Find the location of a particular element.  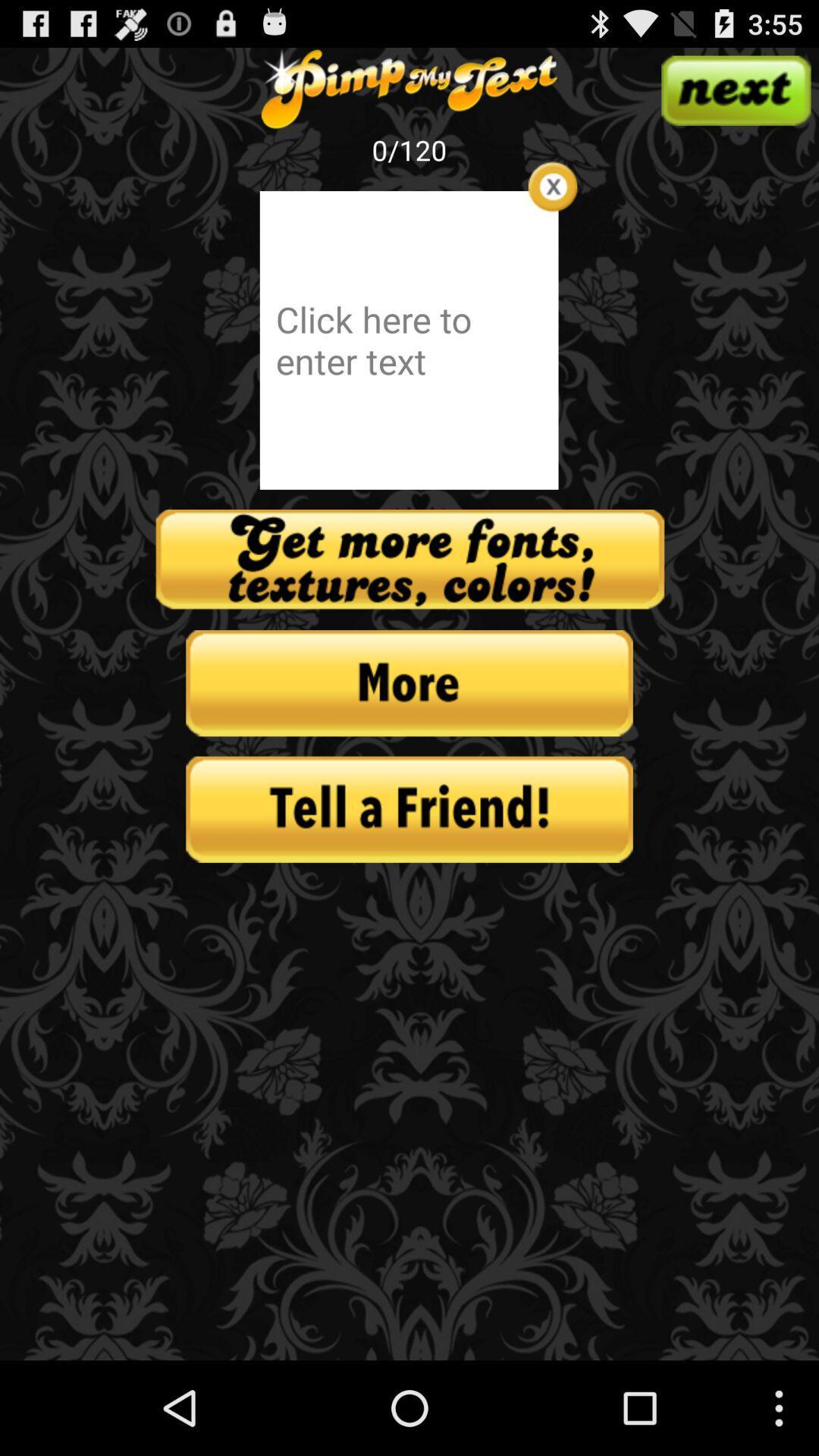

share with a friend is located at coordinates (409, 808).